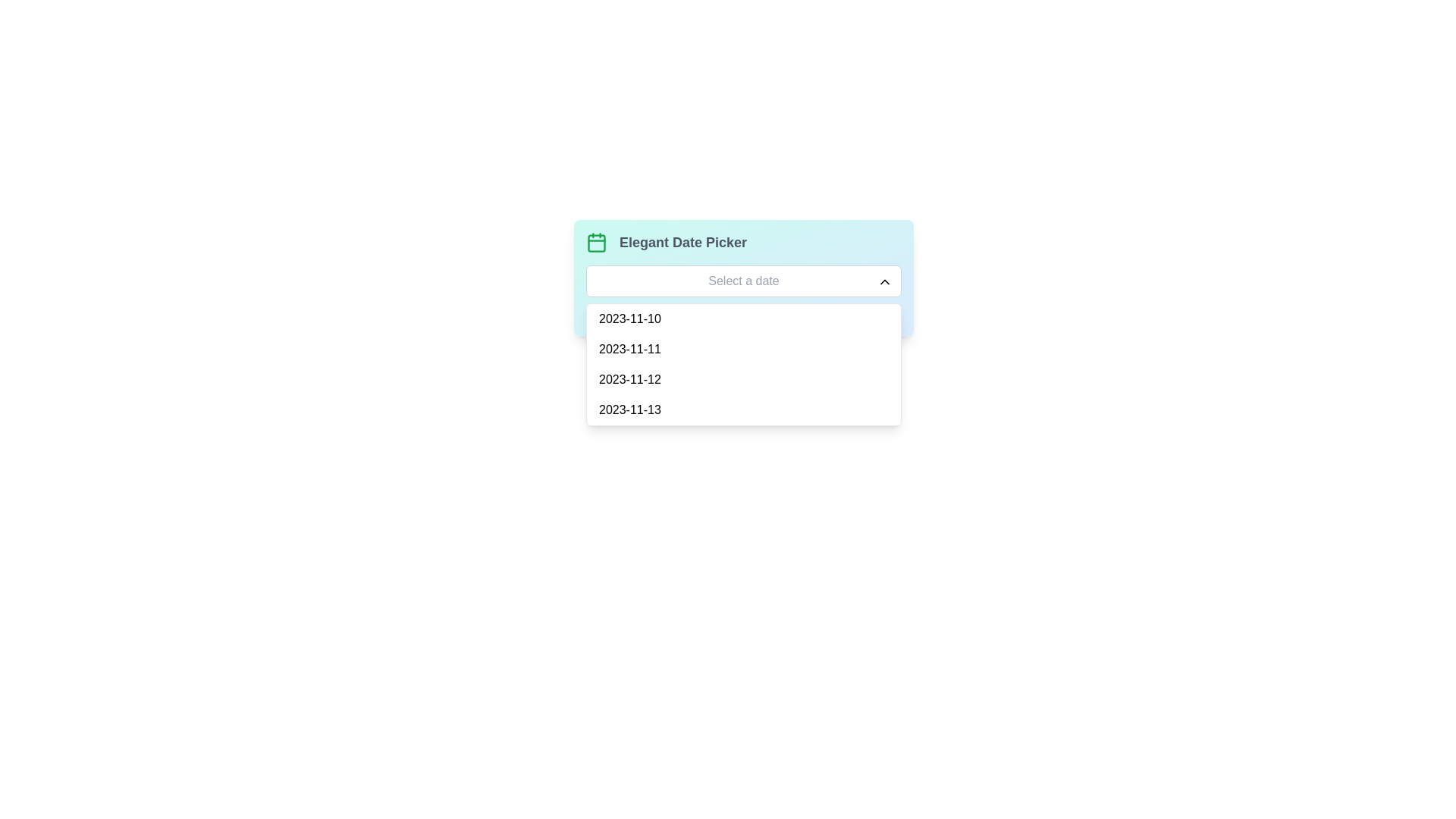 Image resolution: width=1456 pixels, height=819 pixels. What do you see at coordinates (743, 350) in the screenshot?
I see `the second selectable list item in the dropdown menu, which displays the date '2023-11-11'` at bounding box center [743, 350].